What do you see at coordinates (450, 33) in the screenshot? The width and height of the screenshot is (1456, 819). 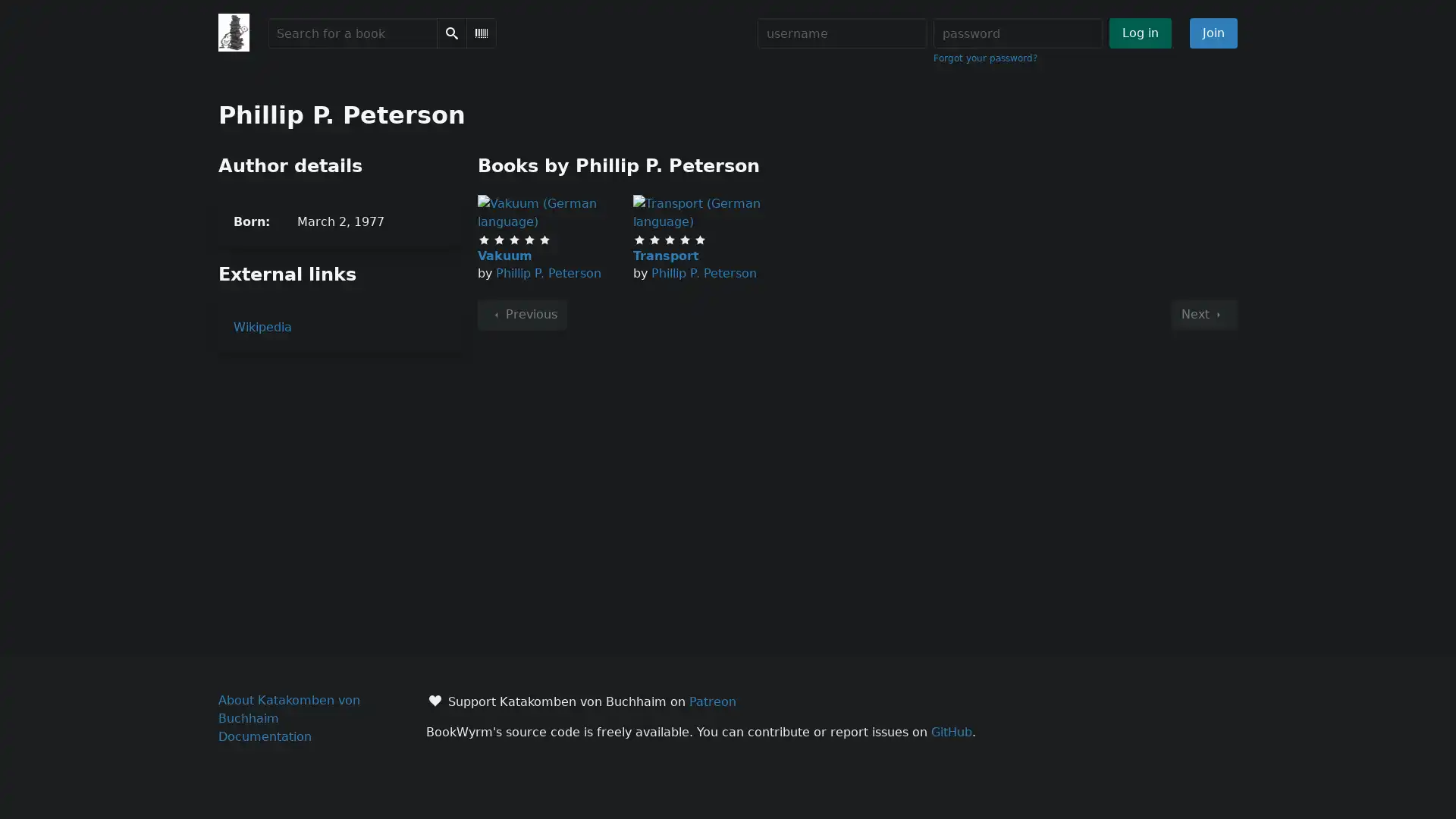 I see `Search` at bounding box center [450, 33].